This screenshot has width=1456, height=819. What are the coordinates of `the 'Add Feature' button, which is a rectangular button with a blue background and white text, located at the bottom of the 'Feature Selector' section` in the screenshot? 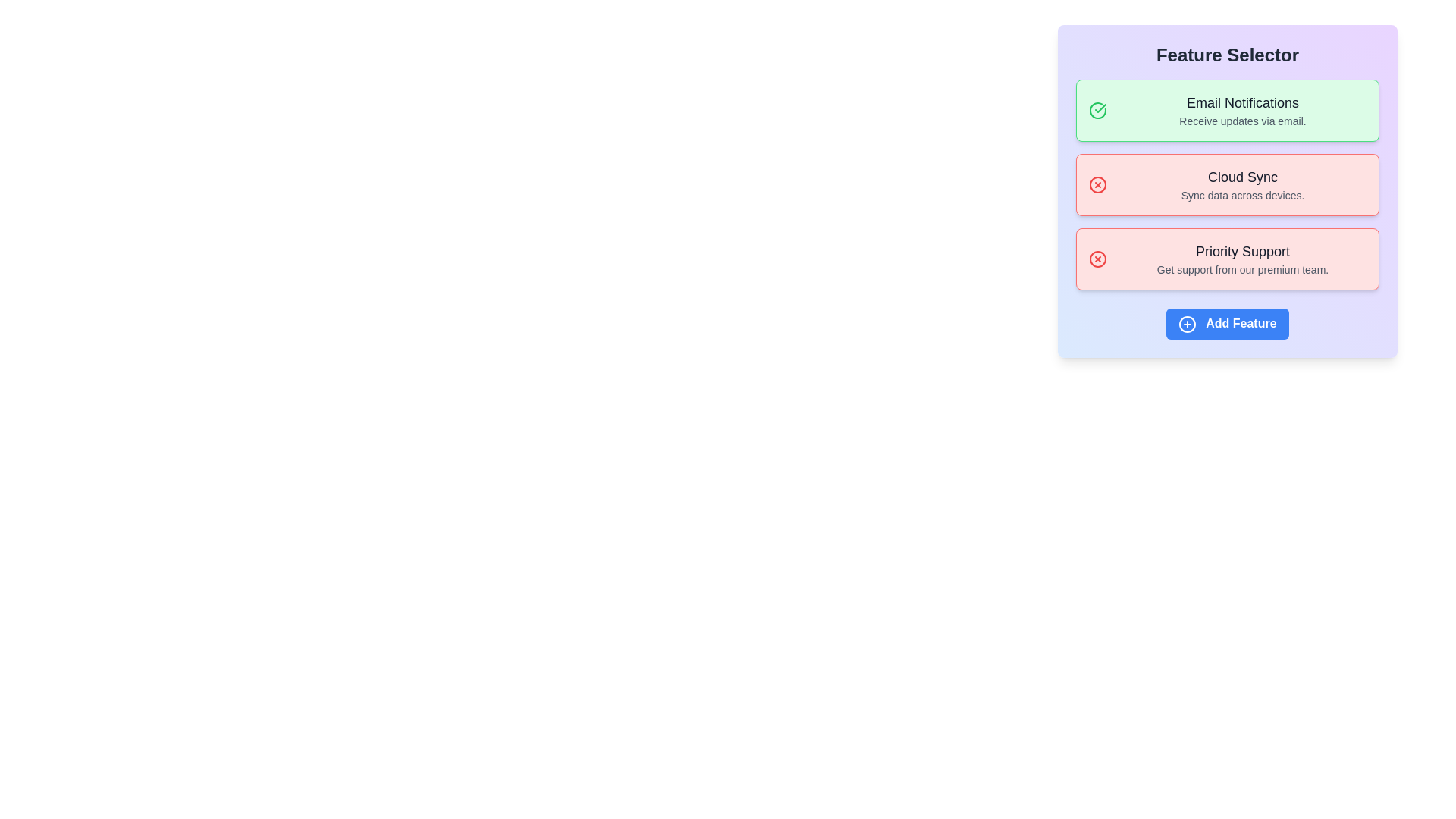 It's located at (1227, 323).